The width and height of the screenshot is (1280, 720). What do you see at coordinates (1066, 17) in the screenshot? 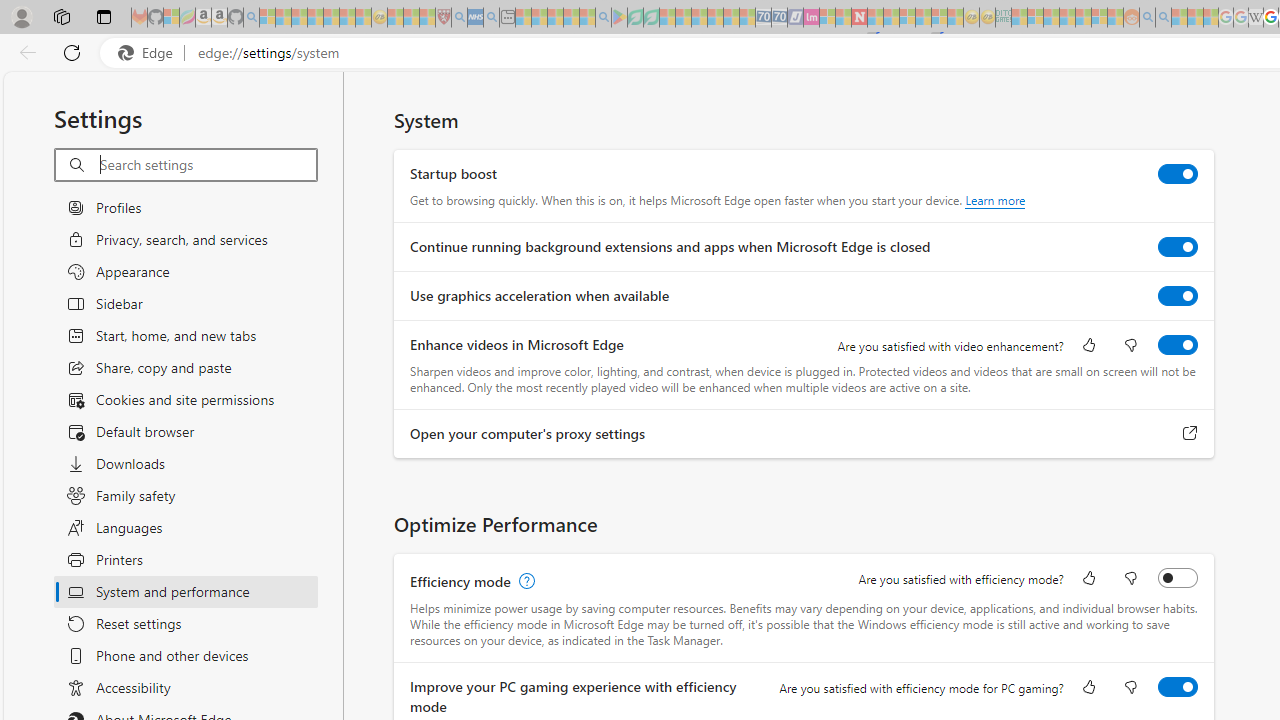
I see `'Expert Portfolios - Sleeping'` at bounding box center [1066, 17].